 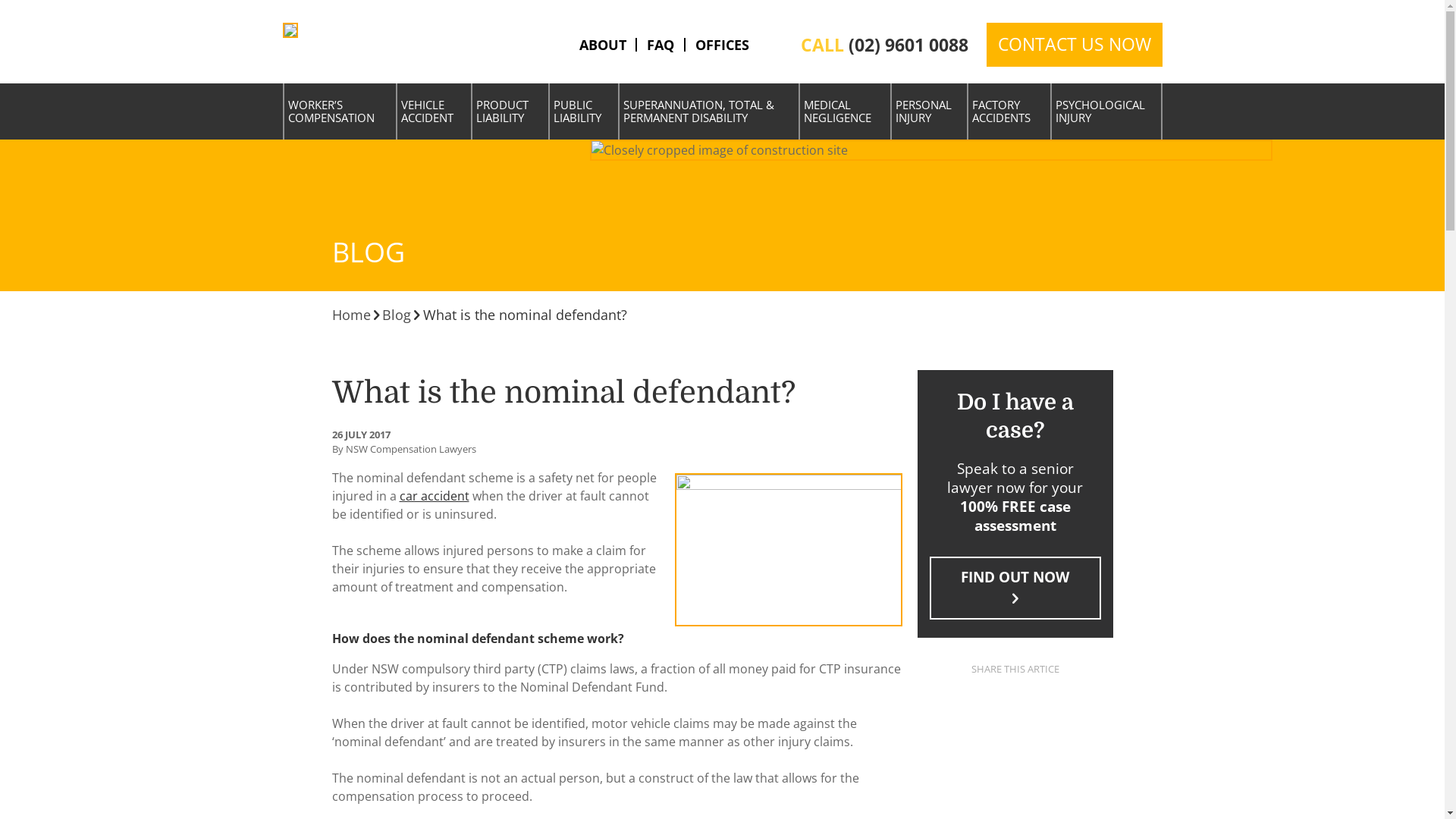 What do you see at coordinates (721, 43) in the screenshot?
I see `'OFFICES'` at bounding box center [721, 43].